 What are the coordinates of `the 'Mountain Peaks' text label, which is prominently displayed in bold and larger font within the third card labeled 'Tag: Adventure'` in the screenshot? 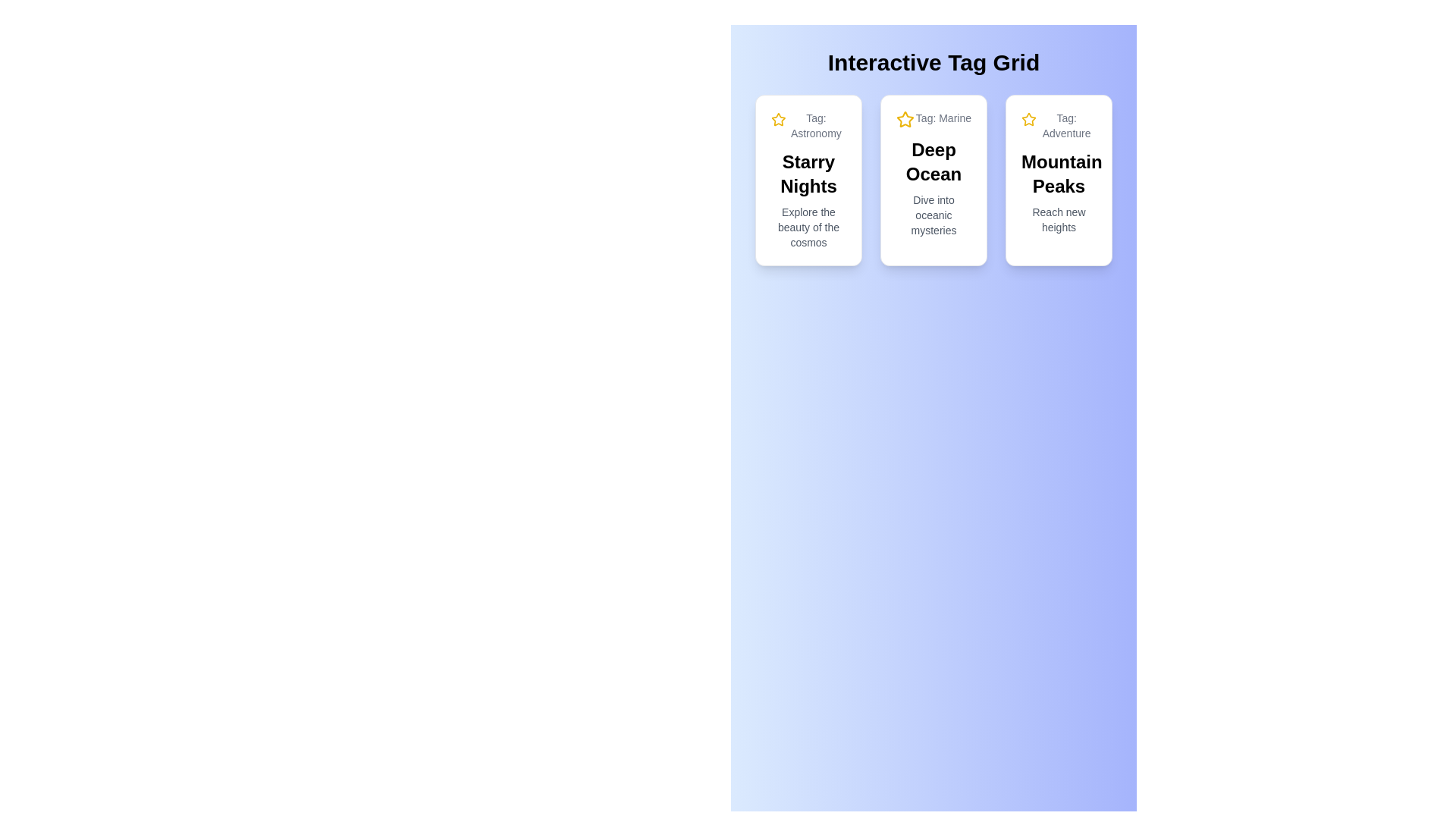 It's located at (1058, 174).